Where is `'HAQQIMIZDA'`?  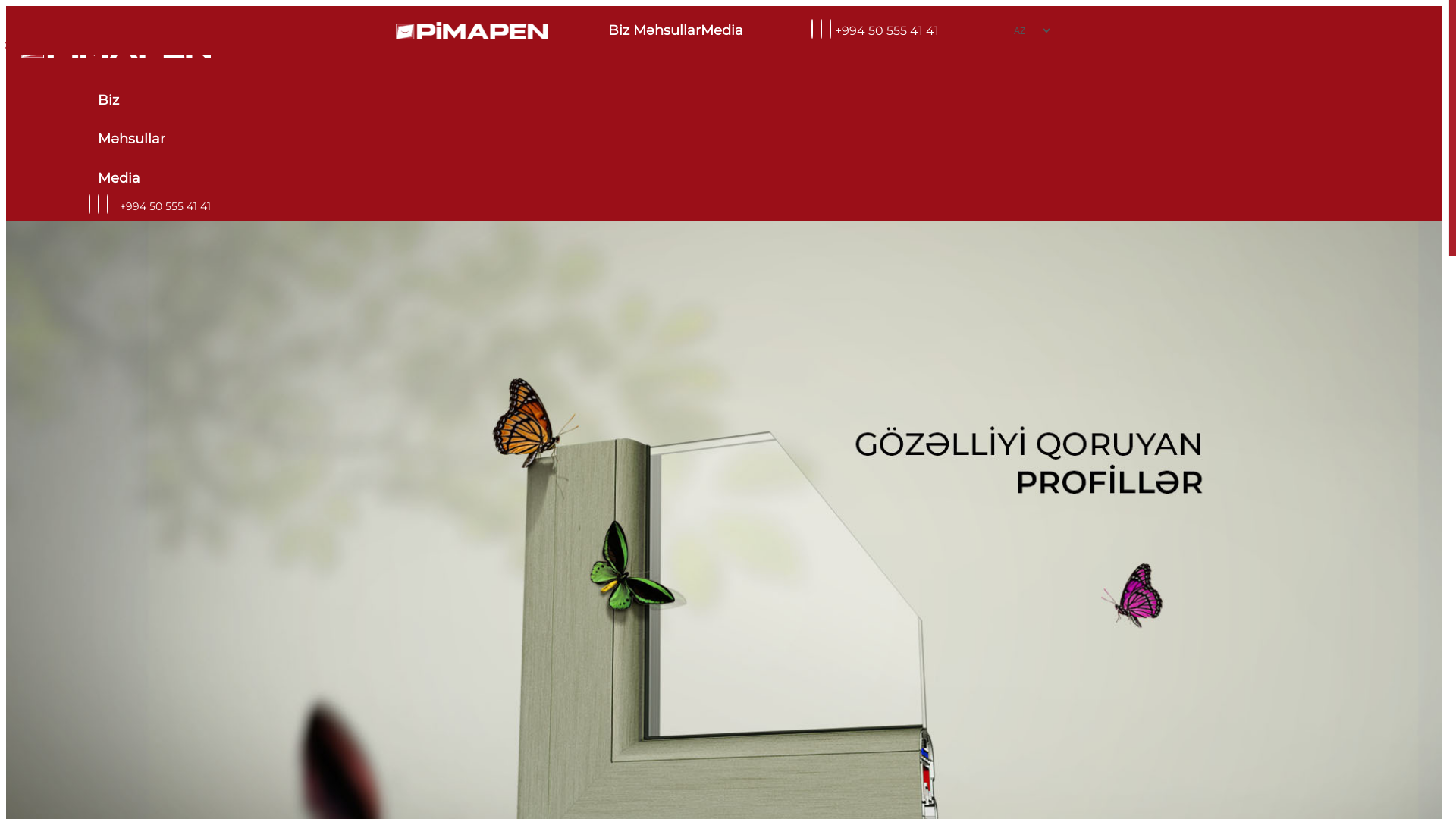
'HAQQIMIZDA' is located at coordinates (42, 44).